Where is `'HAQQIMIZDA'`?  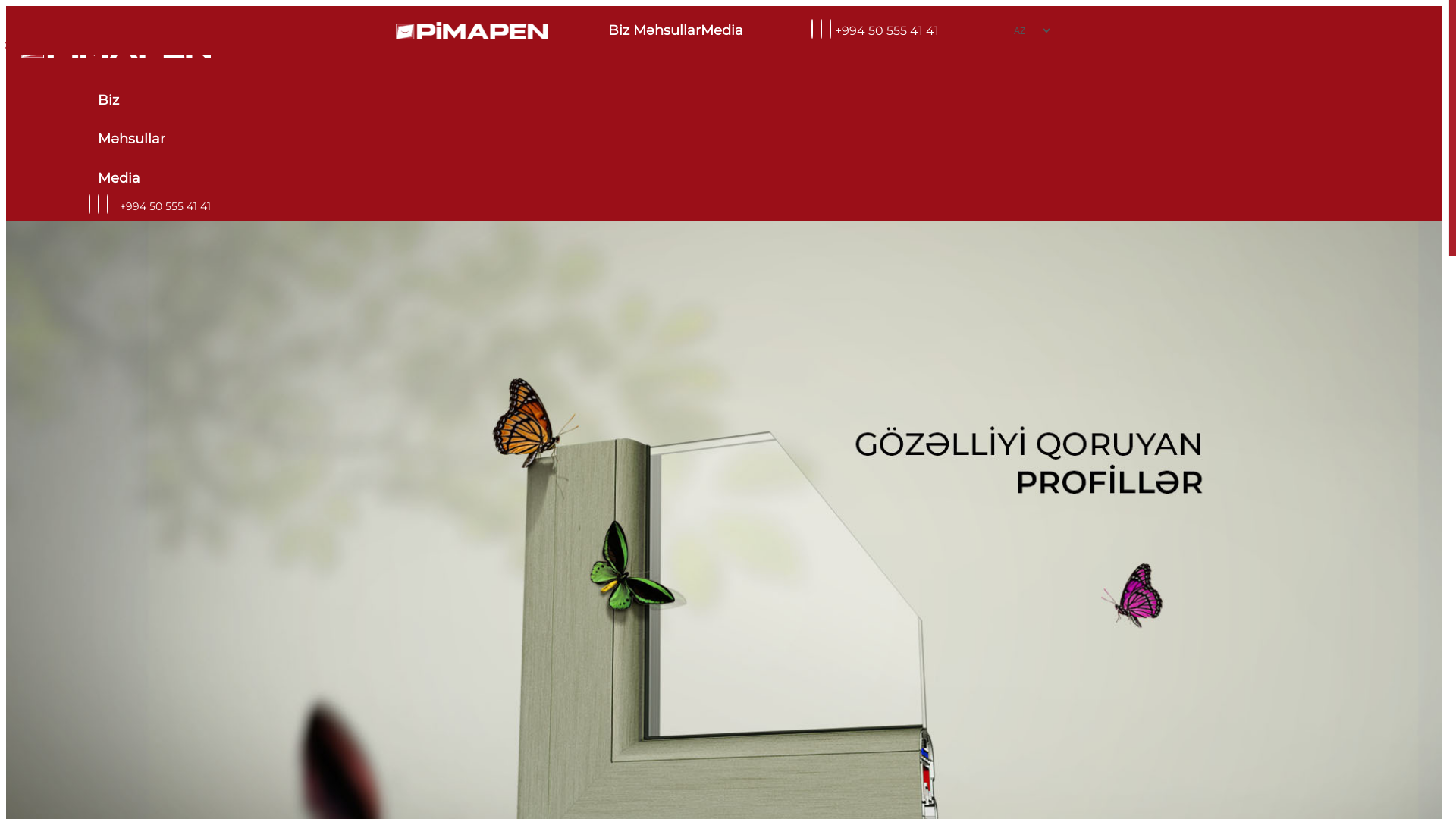
'HAQQIMIZDA' is located at coordinates (42, 44).